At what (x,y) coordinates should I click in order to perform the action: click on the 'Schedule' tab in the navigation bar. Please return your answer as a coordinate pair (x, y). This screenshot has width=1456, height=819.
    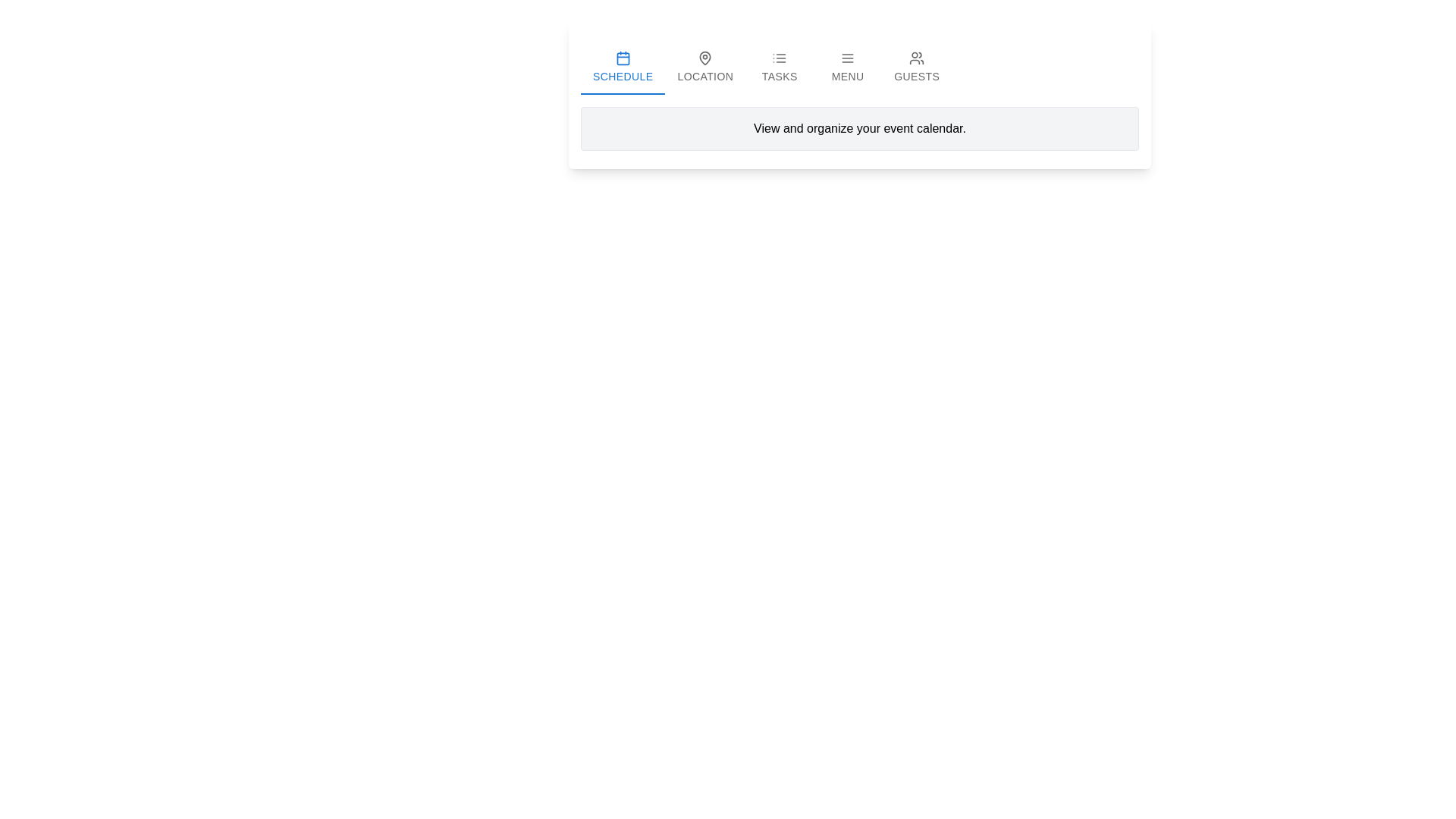
    Looking at the image, I should click on (623, 66).